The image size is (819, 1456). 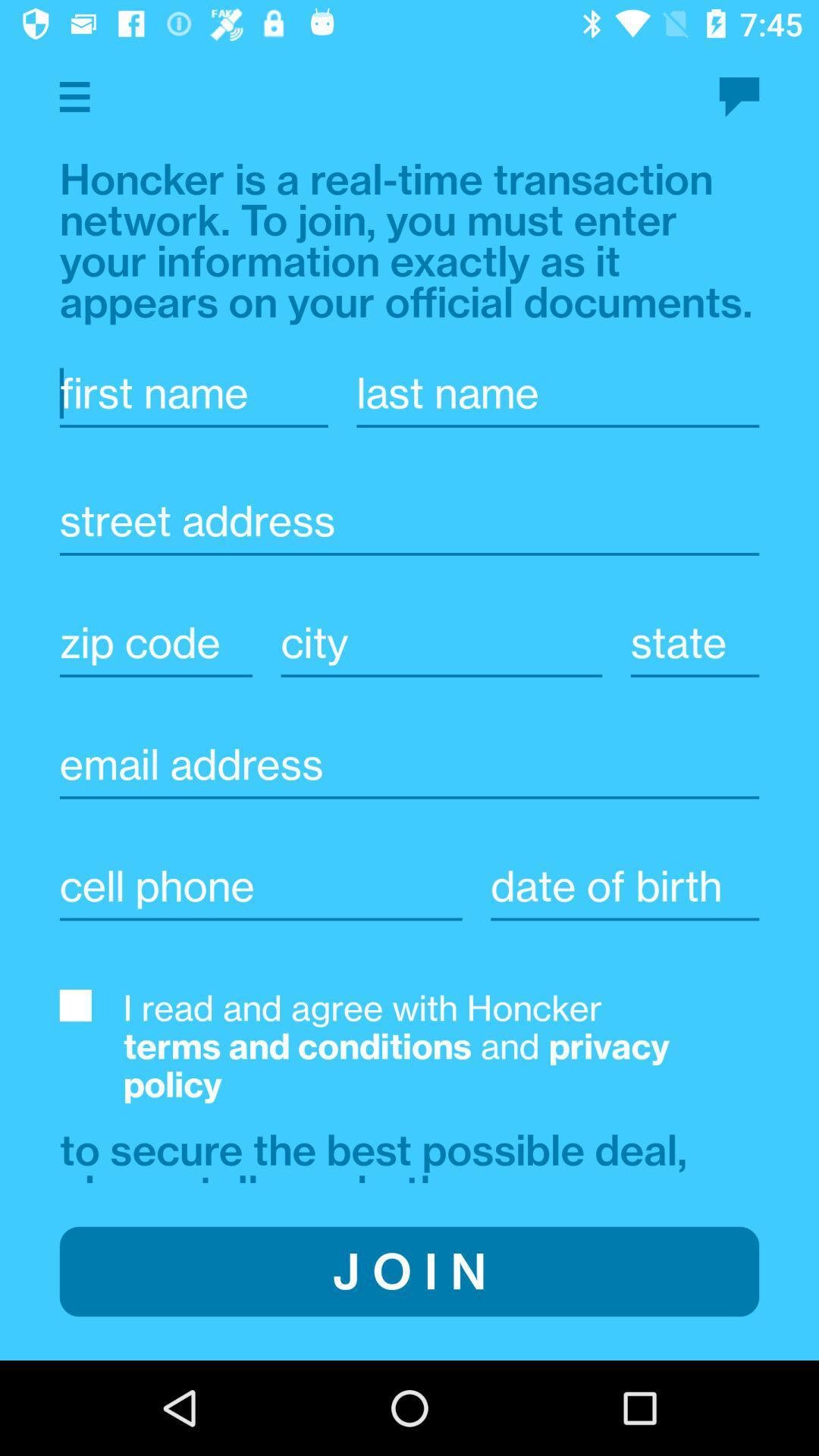 I want to click on city name field, so click(x=441, y=643).